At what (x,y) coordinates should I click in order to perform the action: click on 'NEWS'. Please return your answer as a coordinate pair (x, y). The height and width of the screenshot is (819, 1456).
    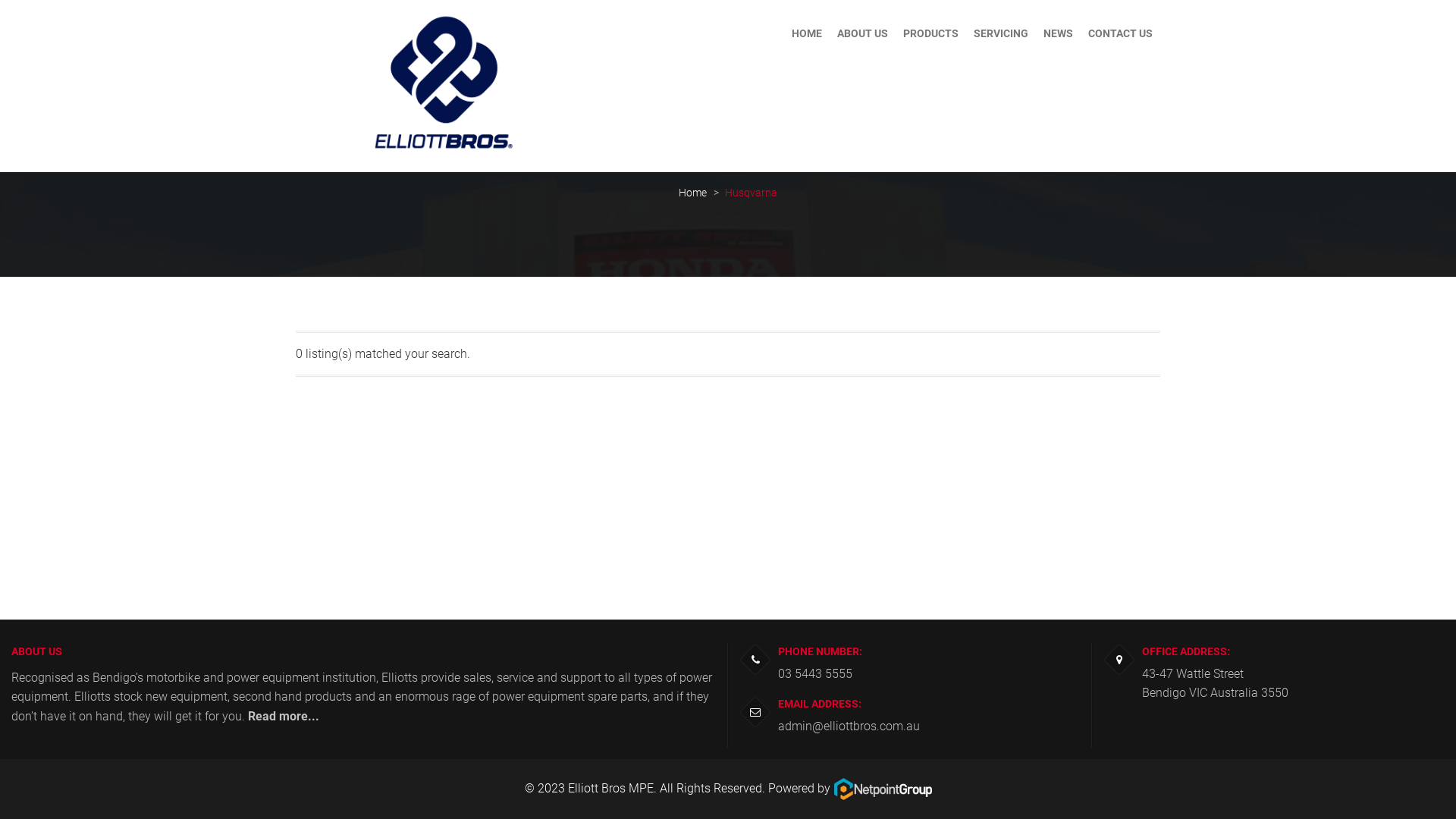
    Looking at the image, I should click on (1035, 33).